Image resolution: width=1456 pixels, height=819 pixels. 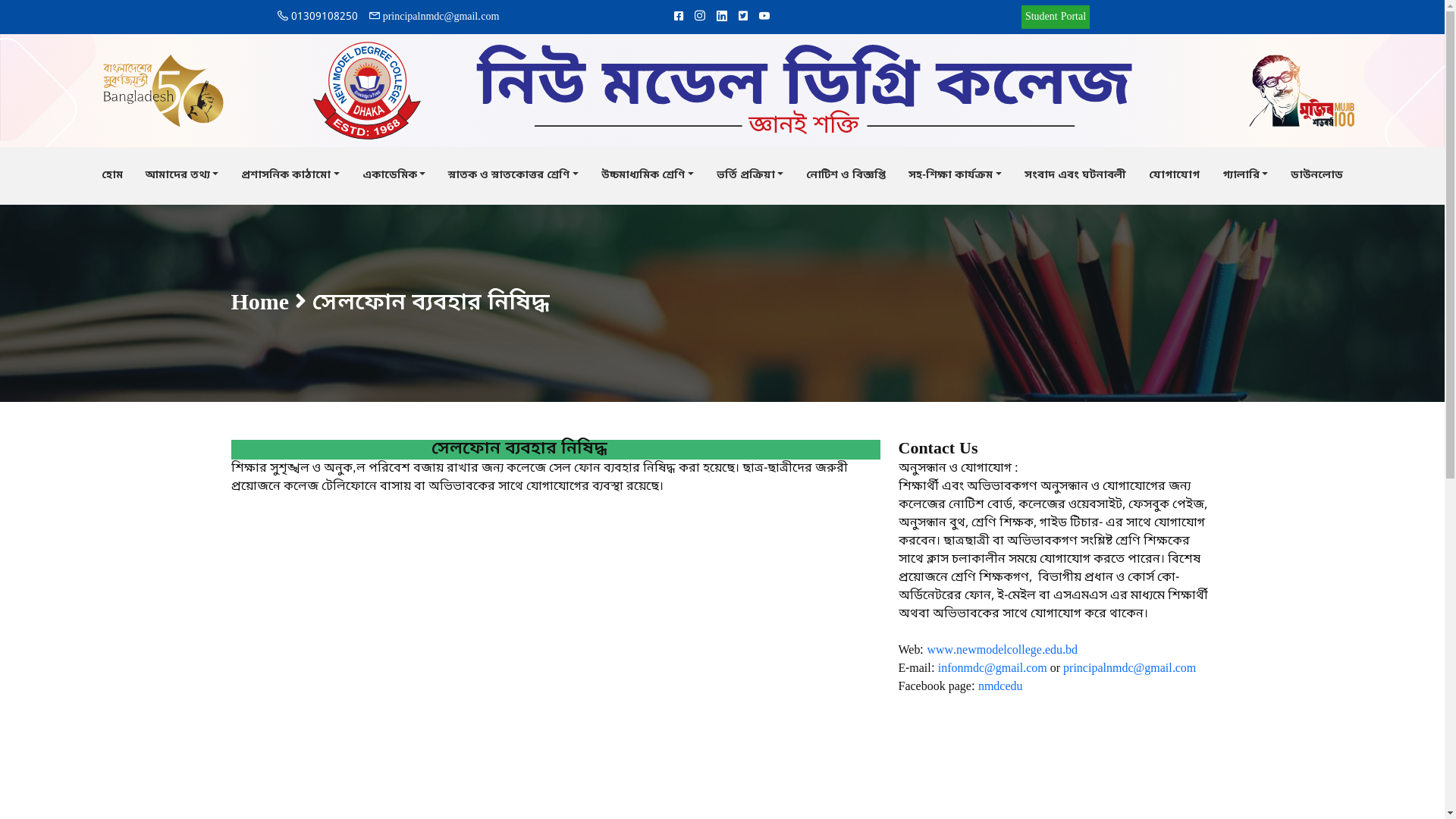 I want to click on 'www.newmodelcollege.edu.bd', so click(x=926, y=649).